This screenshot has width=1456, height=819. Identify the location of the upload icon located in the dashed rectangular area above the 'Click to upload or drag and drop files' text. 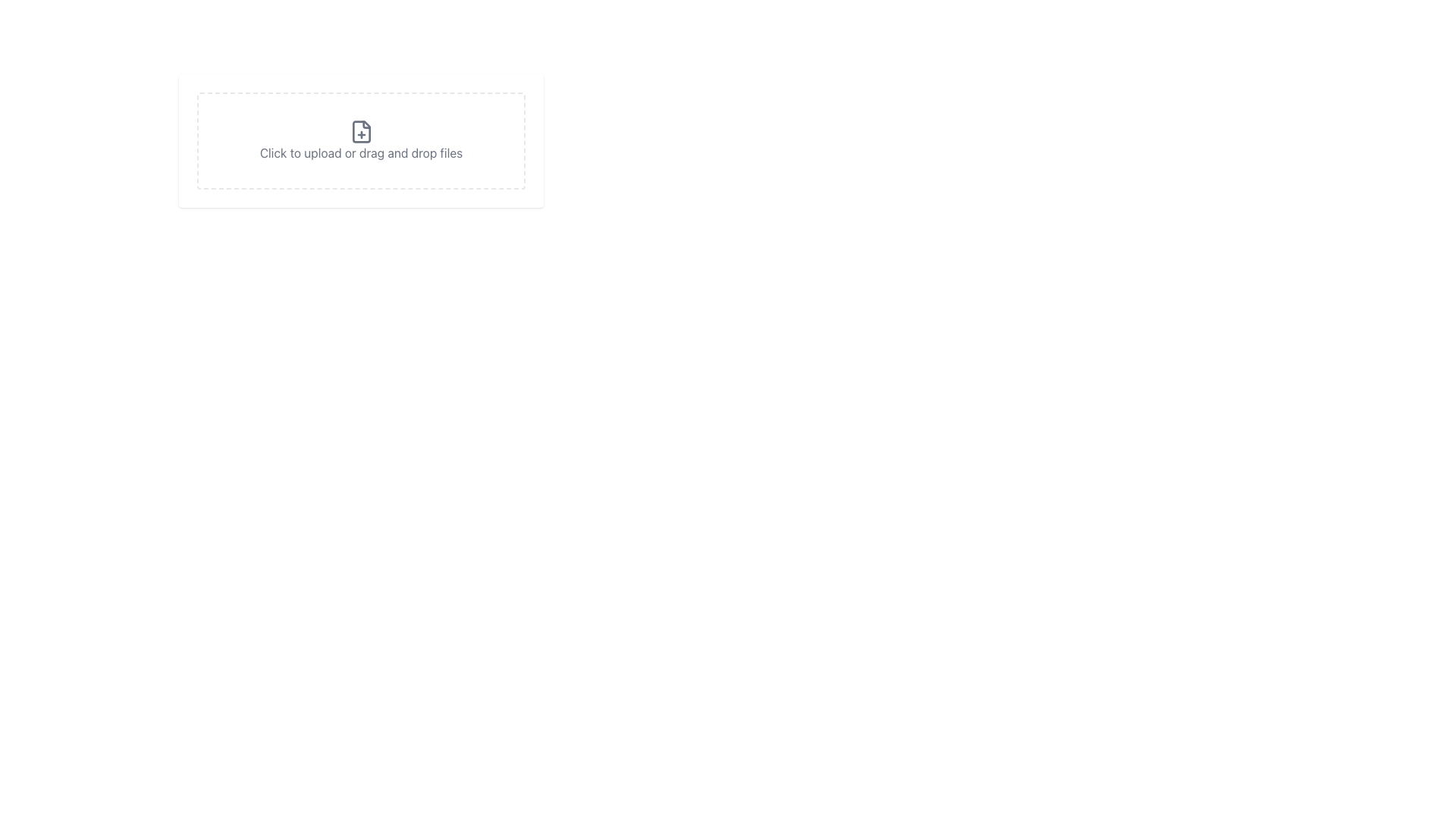
(360, 130).